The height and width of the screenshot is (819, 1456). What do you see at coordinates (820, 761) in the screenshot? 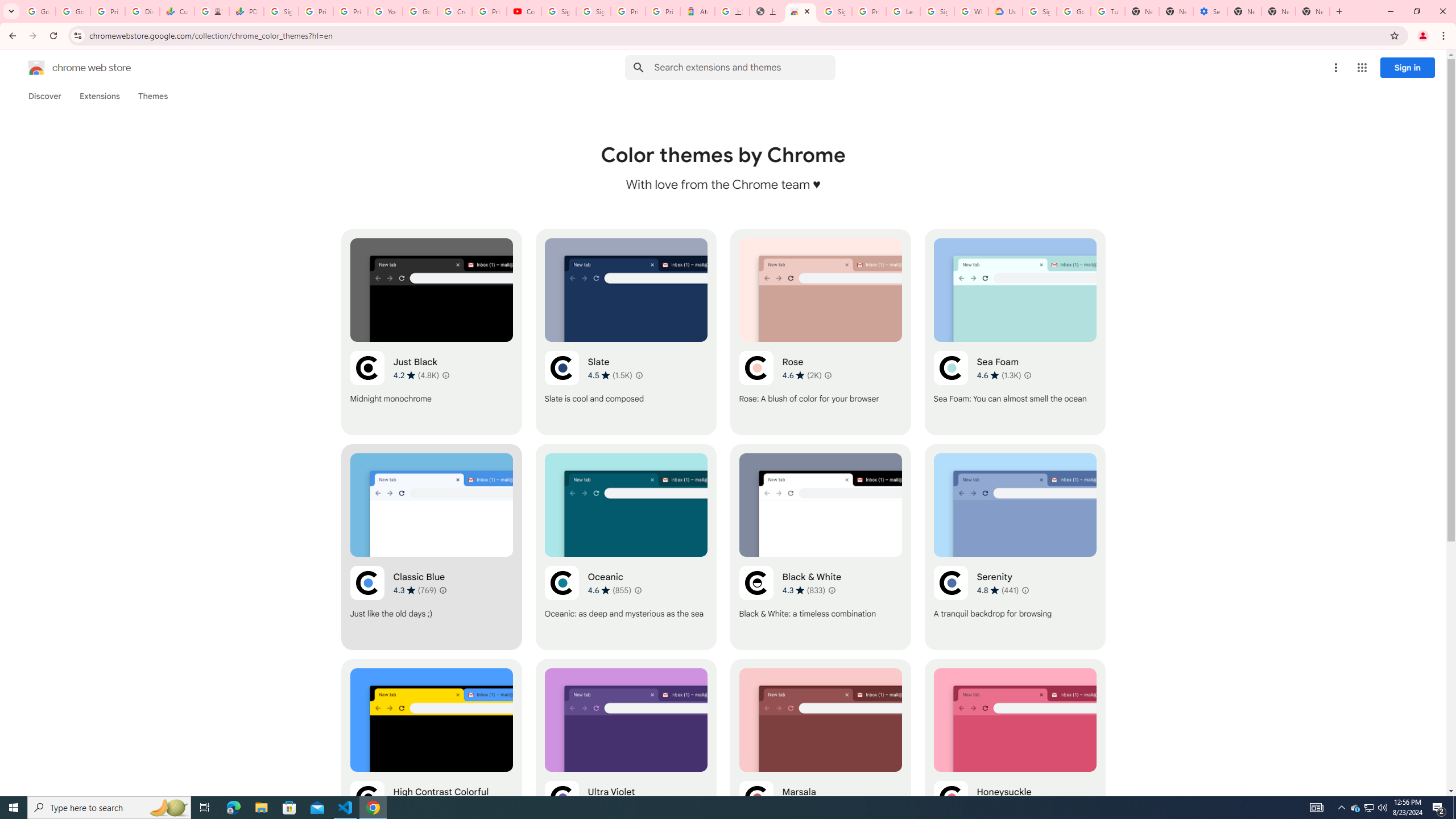
I see `'Marsala'` at bounding box center [820, 761].